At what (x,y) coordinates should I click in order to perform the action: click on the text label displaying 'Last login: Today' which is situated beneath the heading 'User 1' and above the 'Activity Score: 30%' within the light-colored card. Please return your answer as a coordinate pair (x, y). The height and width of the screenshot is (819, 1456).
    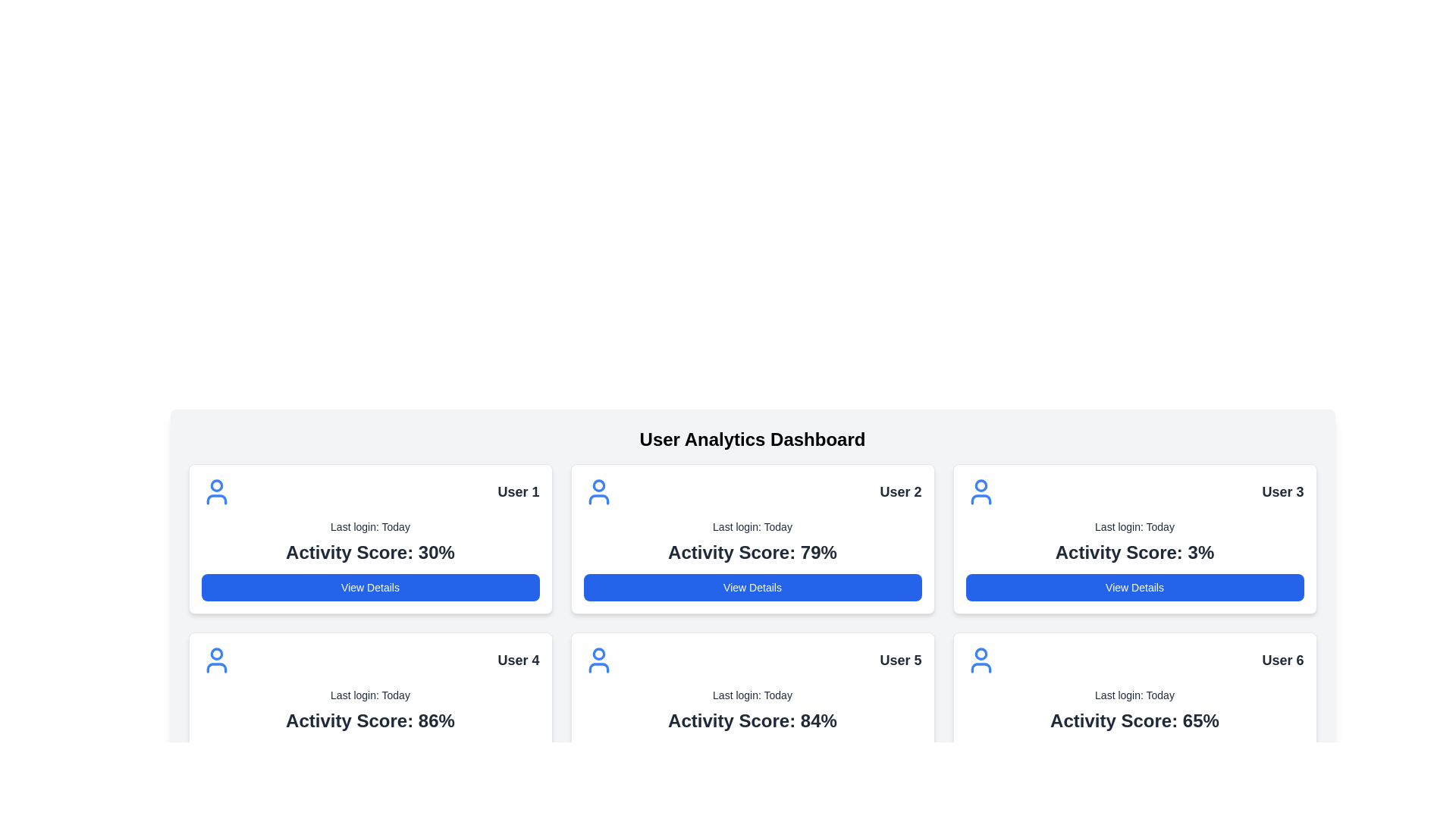
    Looking at the image, I should click on (370, 526).